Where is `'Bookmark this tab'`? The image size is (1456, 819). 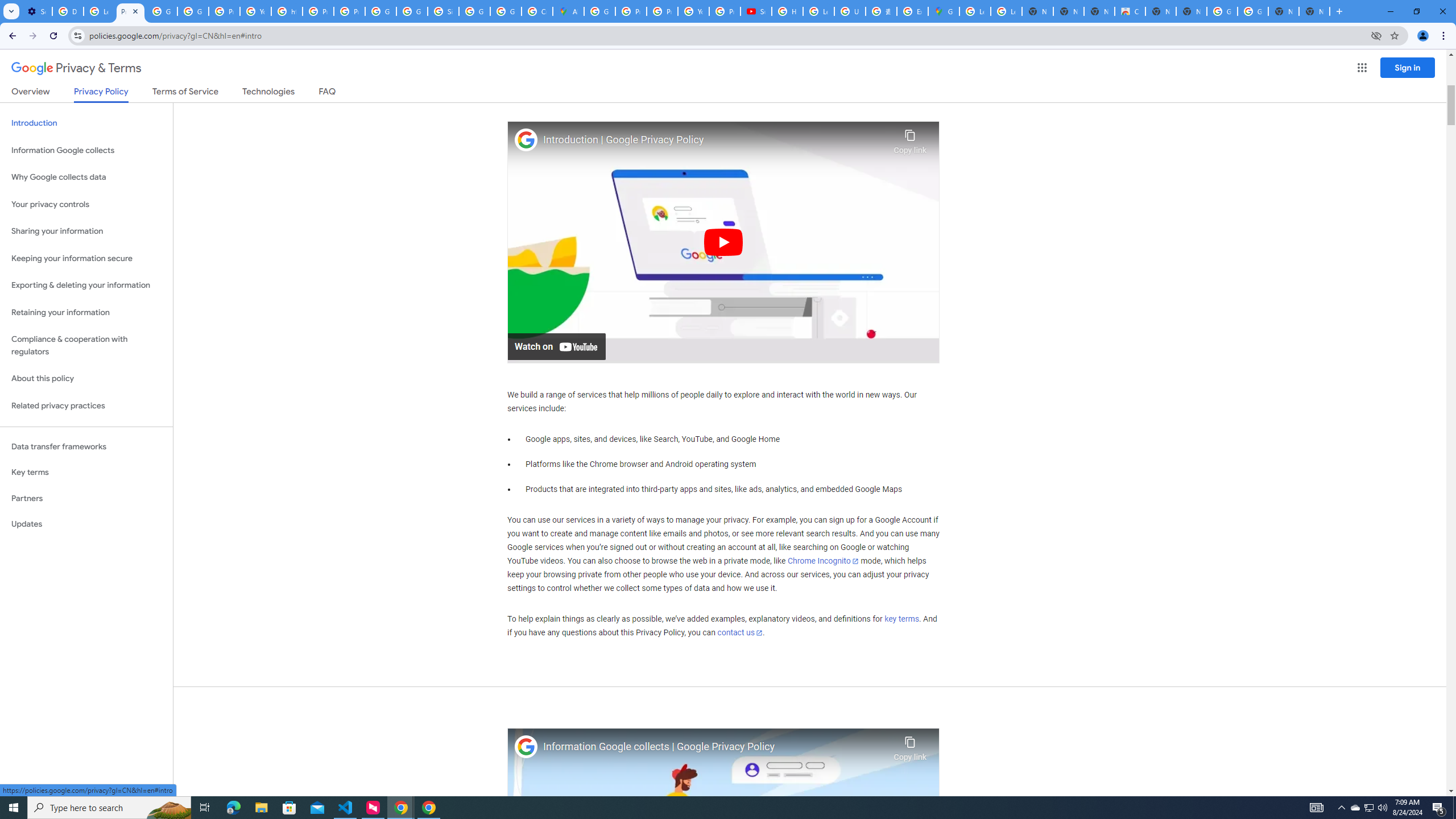 'Bookmark this tab' is located at coordinates (1393, 35).